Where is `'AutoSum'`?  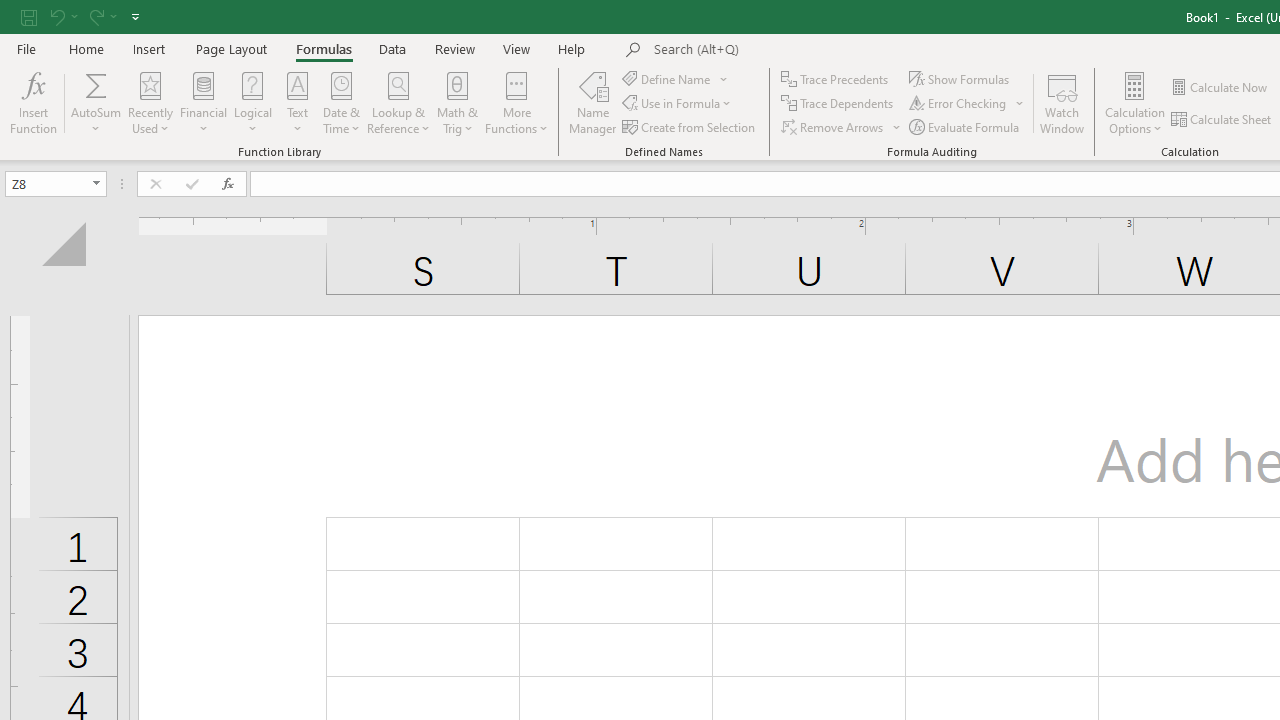
'AutoSum' is located at coordinates (95, 103).